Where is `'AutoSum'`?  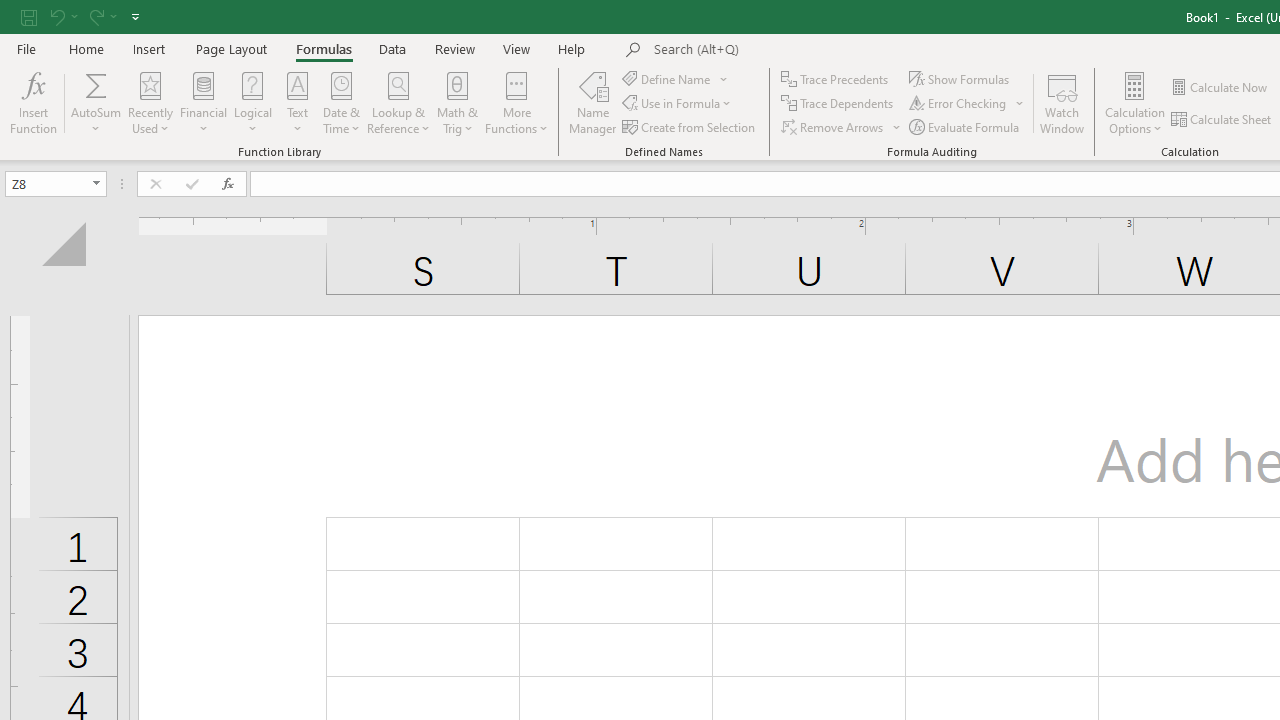
'AutoSum' is located at coordinates (95, 103).